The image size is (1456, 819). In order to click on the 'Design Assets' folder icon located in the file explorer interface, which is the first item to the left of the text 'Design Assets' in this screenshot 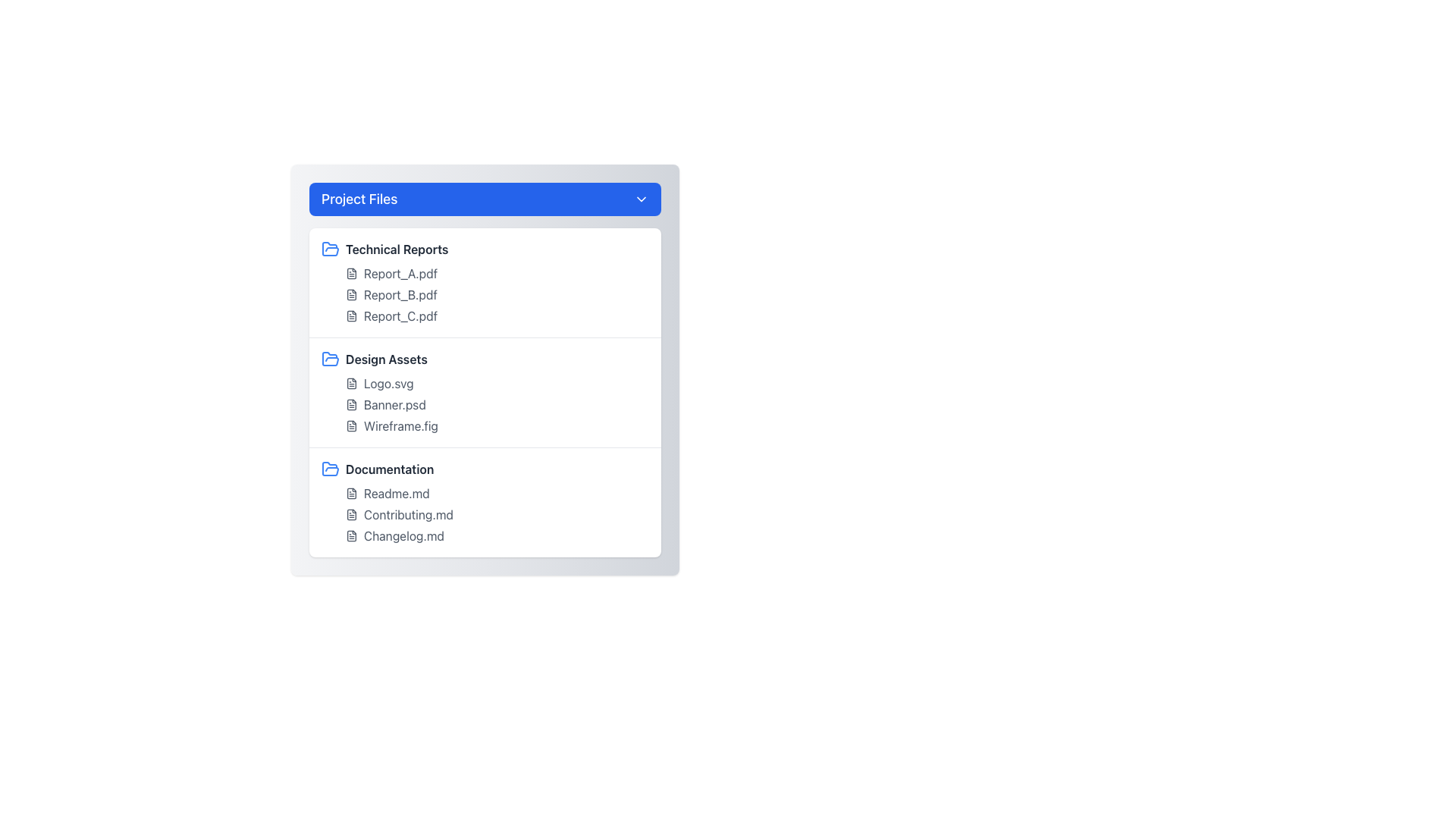, I will do `click(330, 359)`.